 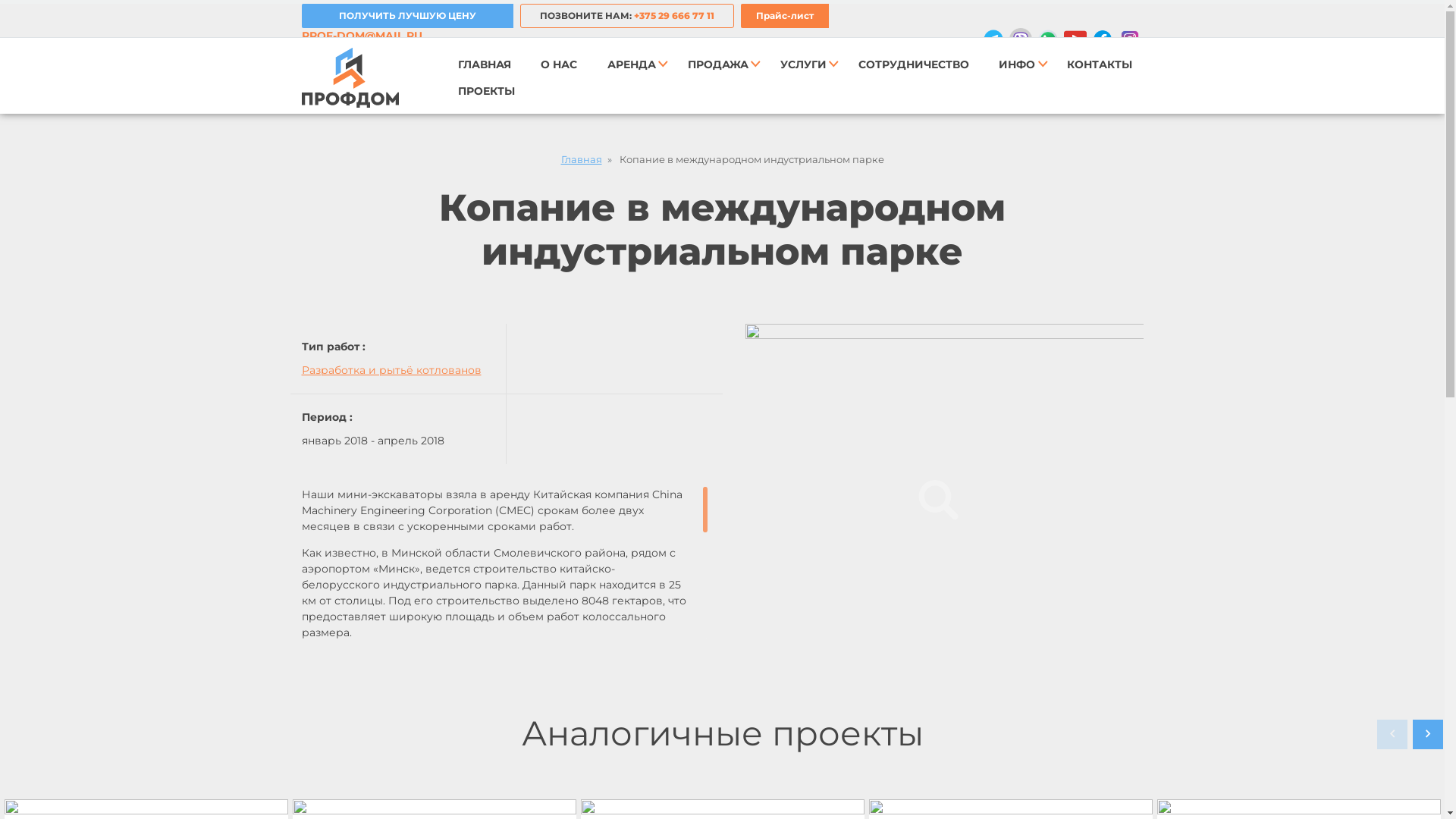 I want to click on '+375 29 666 77 11', so click(x=673, y=15).